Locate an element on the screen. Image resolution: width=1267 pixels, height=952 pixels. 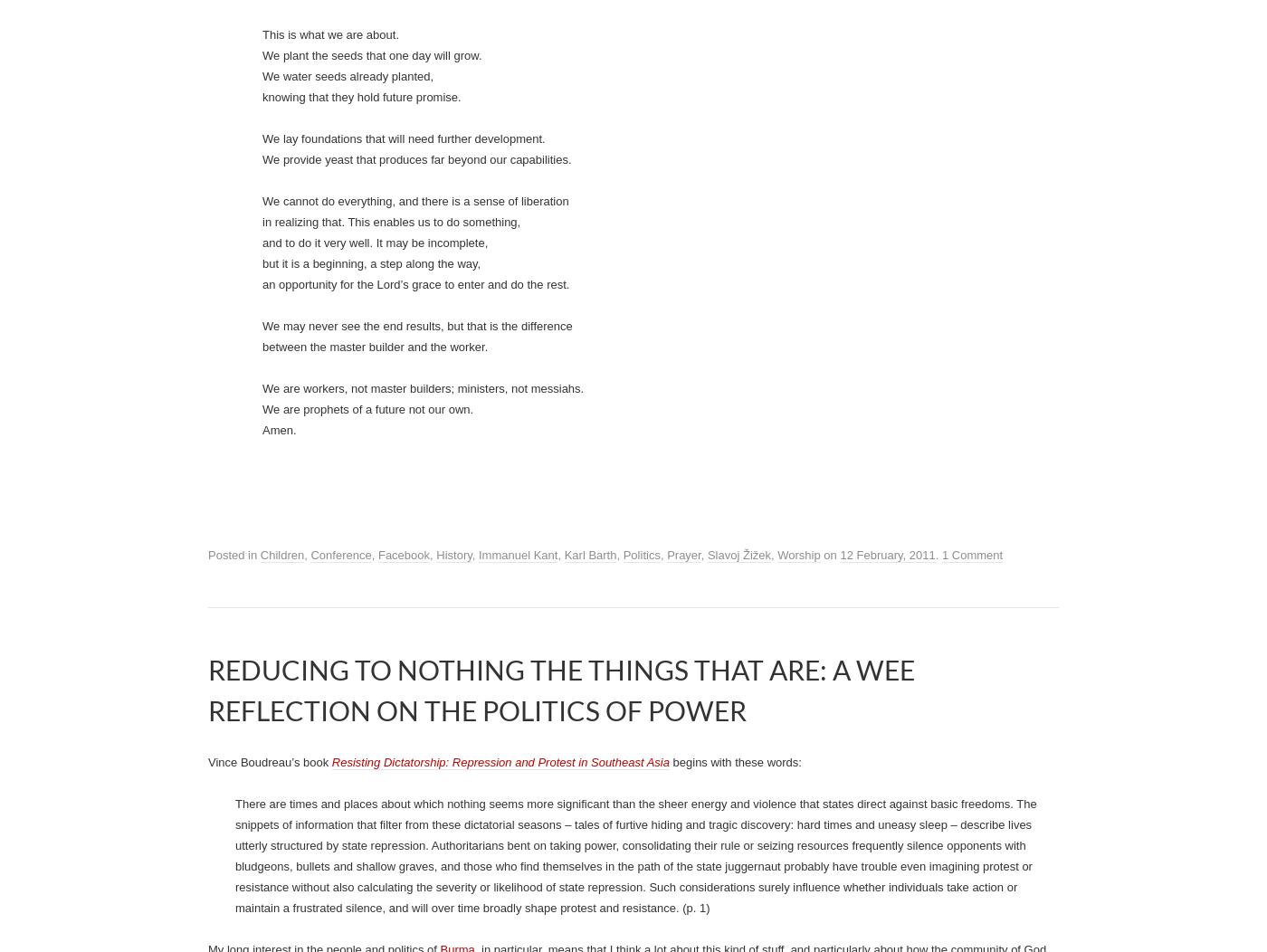
'We provide yeast that produces far beyond our capabilities.' is located at coordinates (416, 852).